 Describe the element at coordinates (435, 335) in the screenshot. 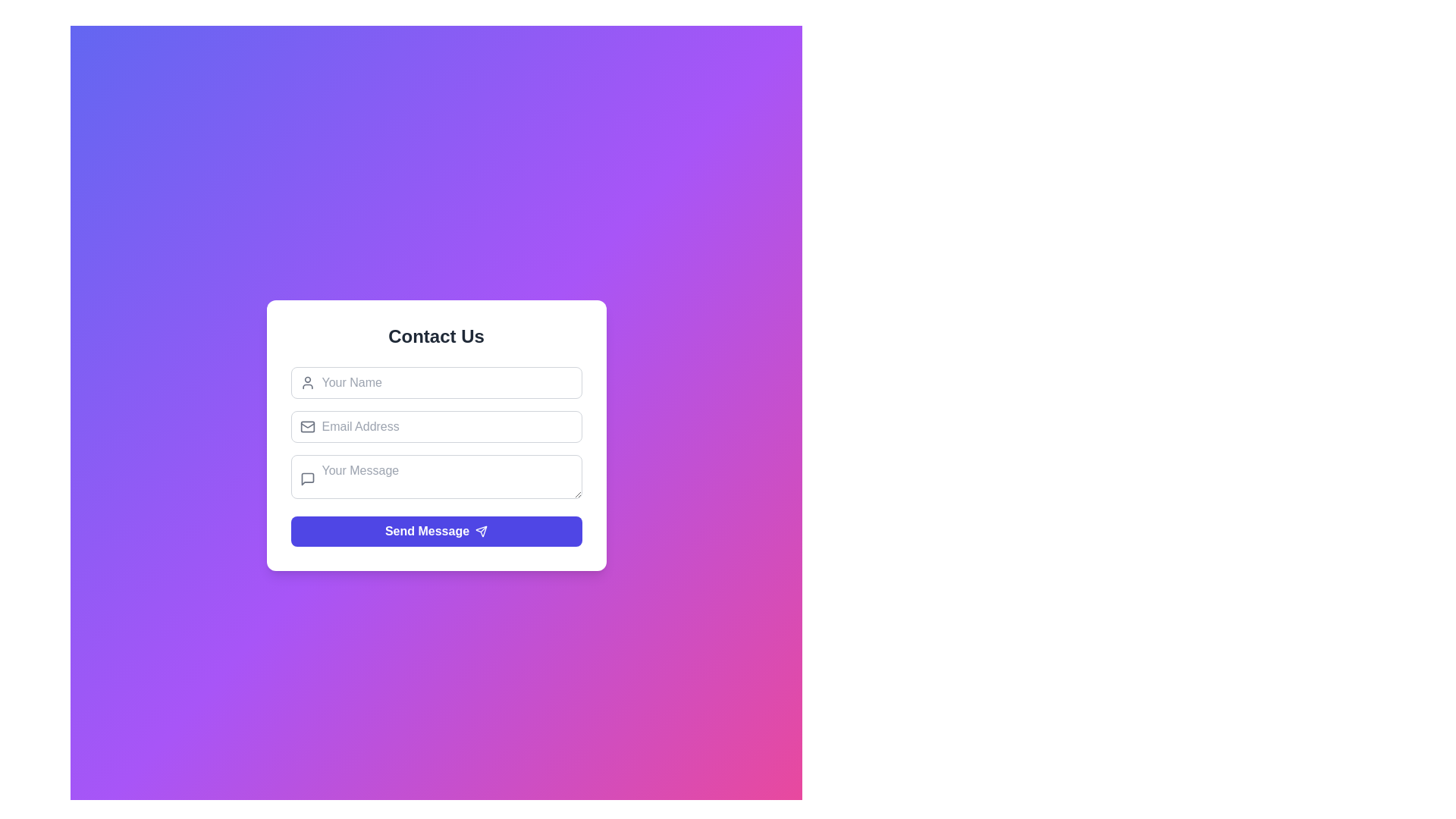

I see `the 'Contact Us' heading, which is a bold text at the top of a centered card-like UI component, surrounded by a white background` at that location.